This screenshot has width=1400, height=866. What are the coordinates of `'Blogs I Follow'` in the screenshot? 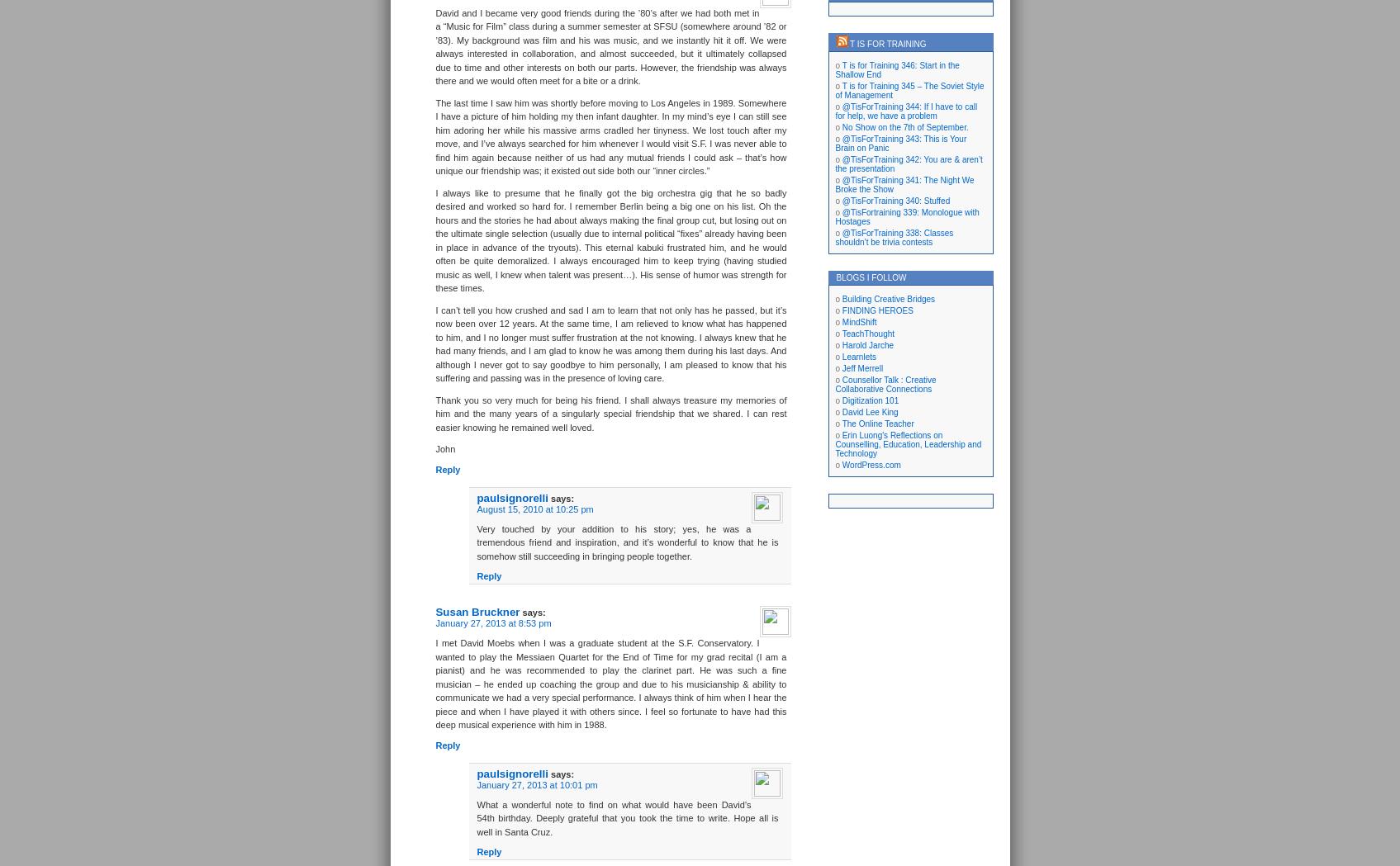 It's located at (871, 277).